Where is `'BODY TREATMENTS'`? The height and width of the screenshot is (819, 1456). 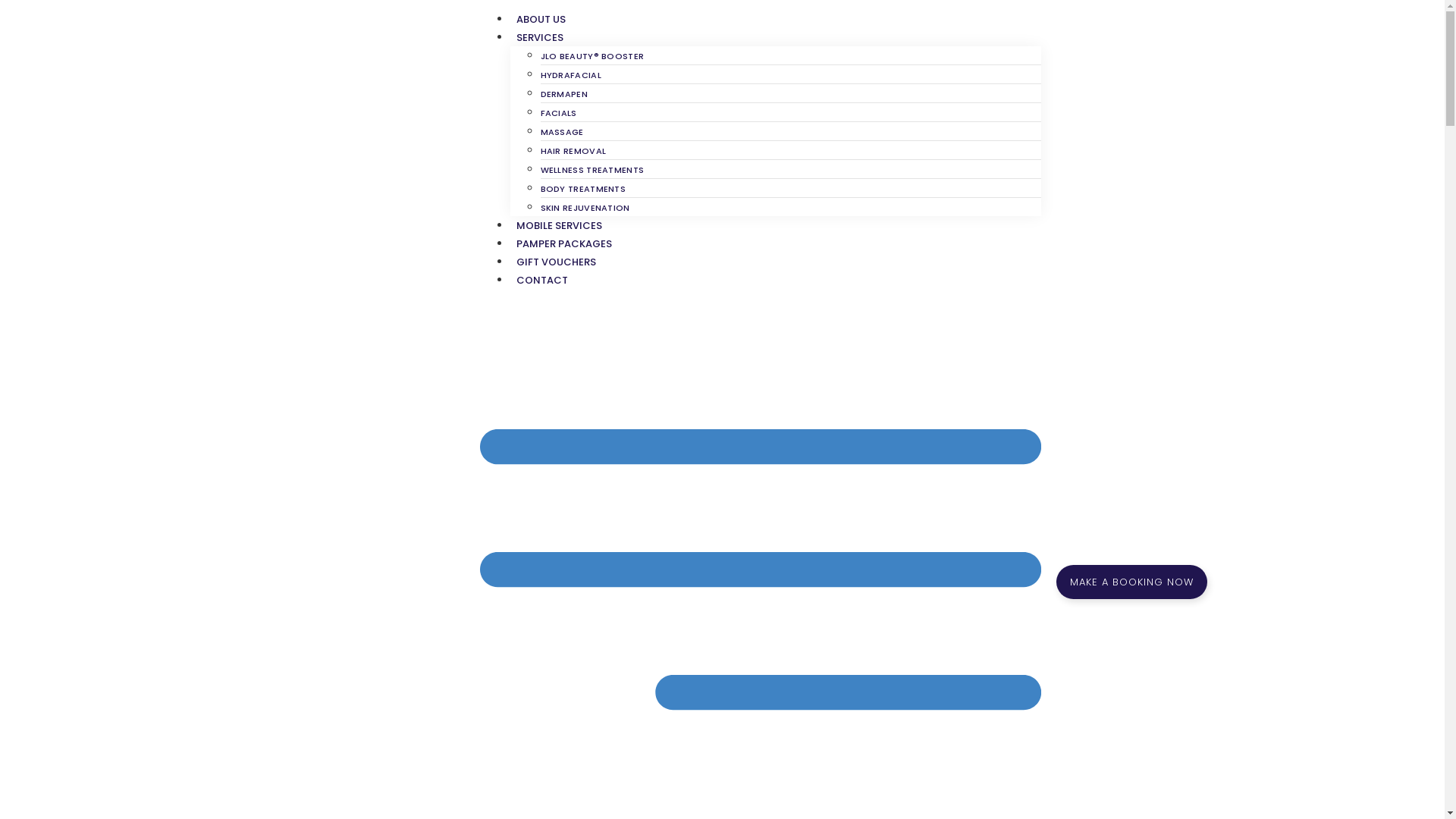
'BODY TREATMENTS' is located at coordinates (539, 188).